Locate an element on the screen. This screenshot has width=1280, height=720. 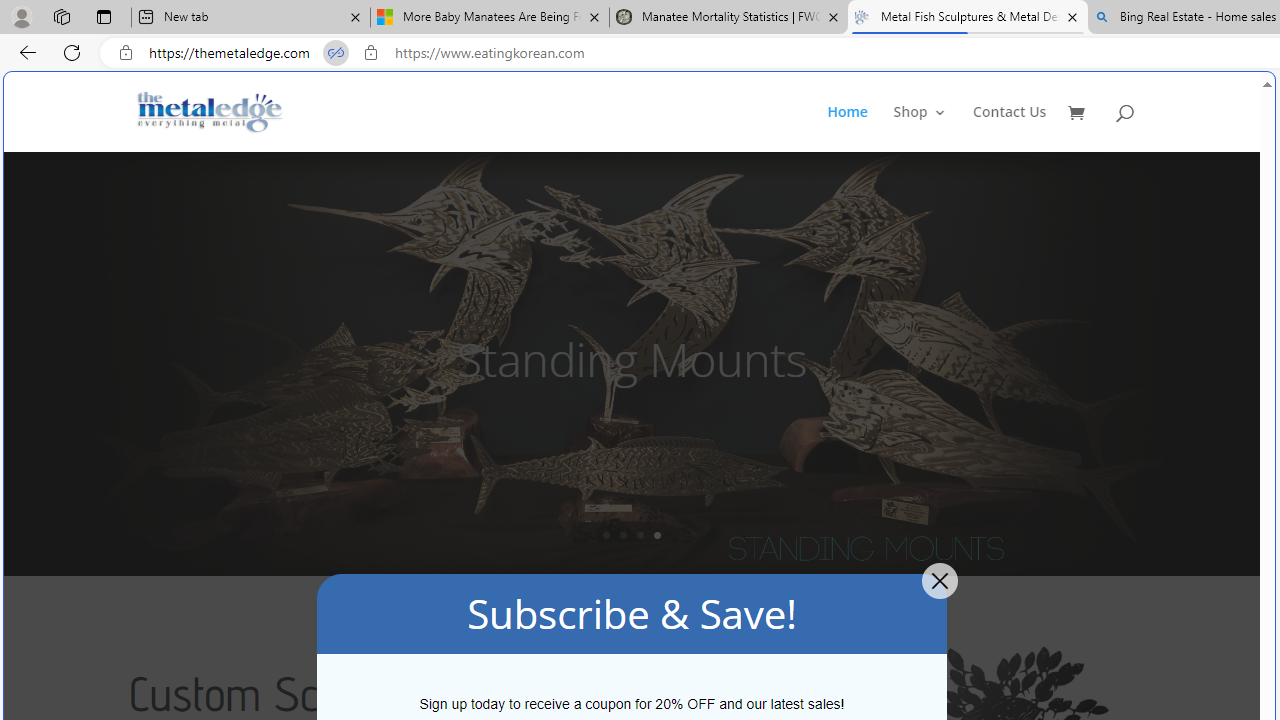
'Contact Us' is located at coordinates (1009, 128).